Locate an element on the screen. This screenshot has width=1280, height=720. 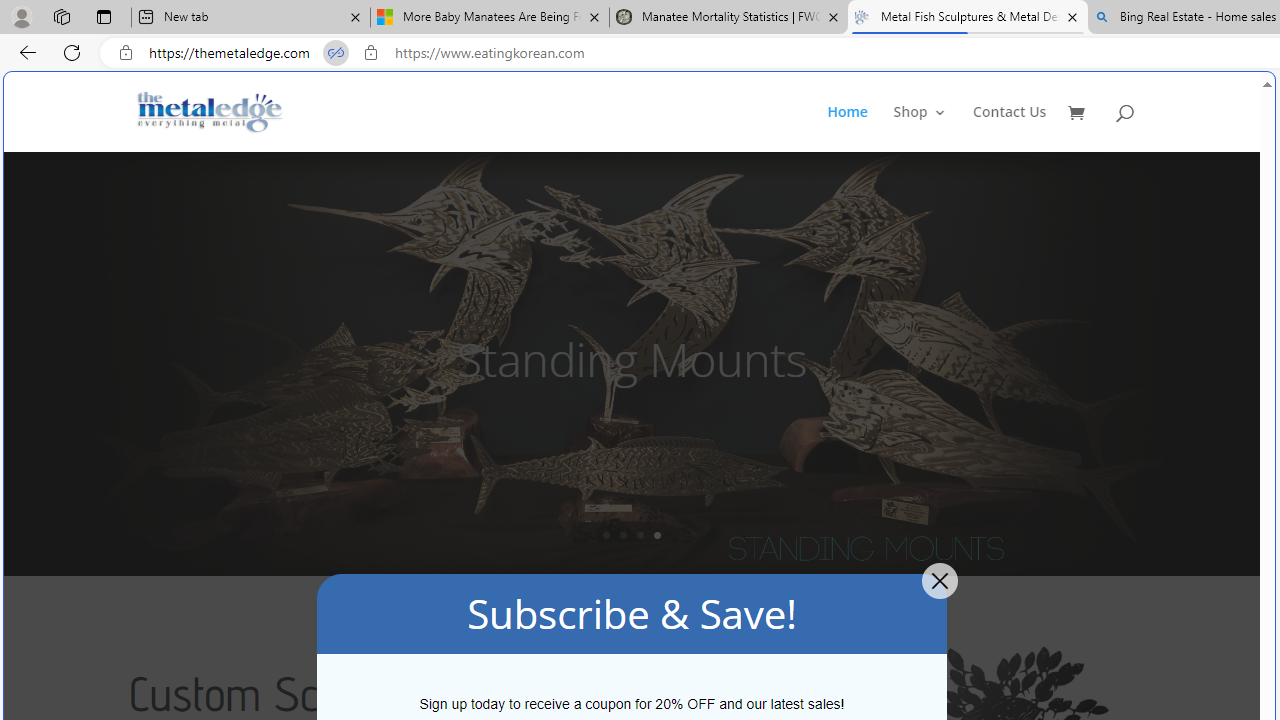
'Contact Us' is located at coordinates (1009, 128).